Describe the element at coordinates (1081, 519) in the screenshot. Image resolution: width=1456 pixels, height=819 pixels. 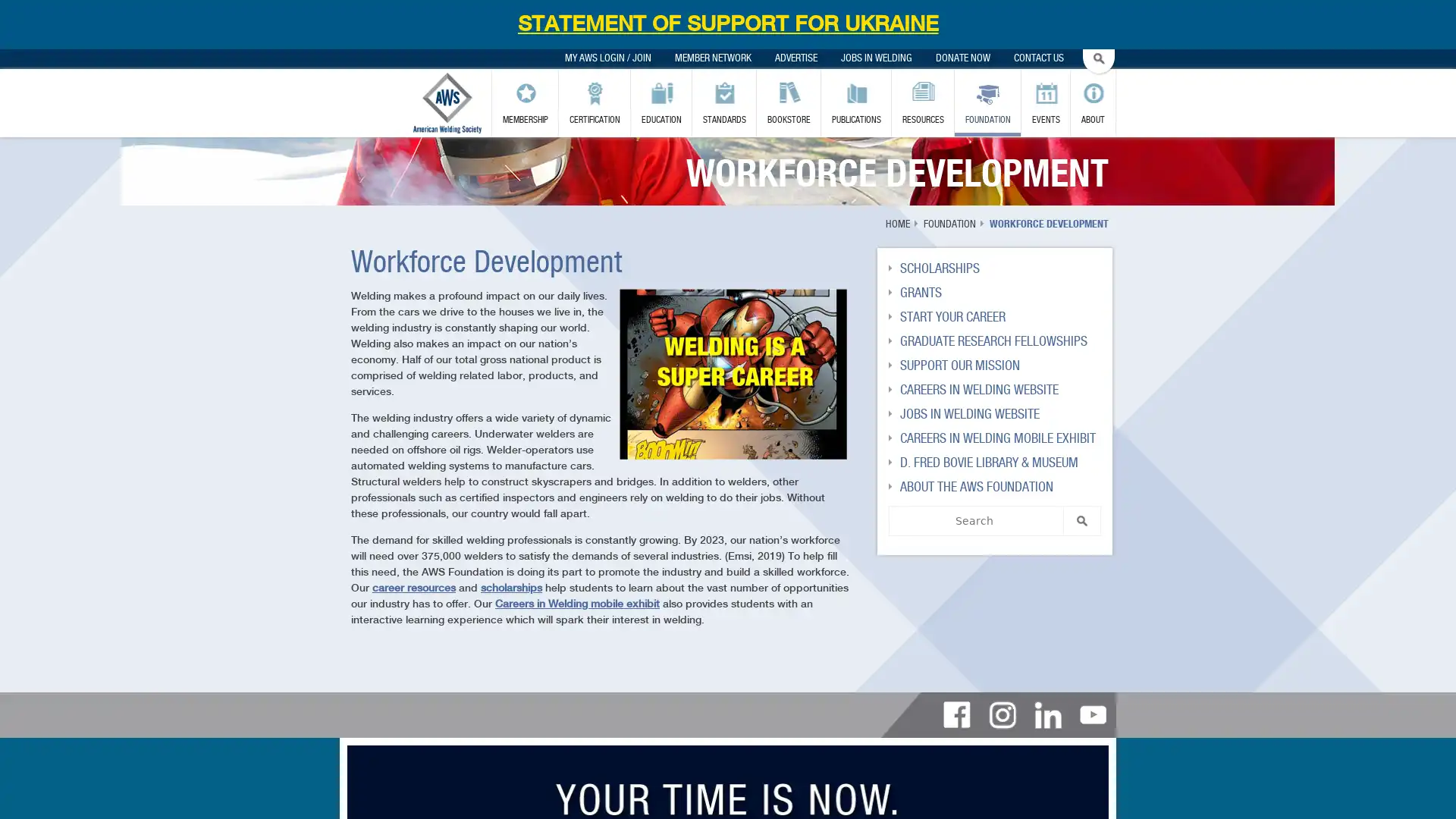
I see `SEARCH` at that location.